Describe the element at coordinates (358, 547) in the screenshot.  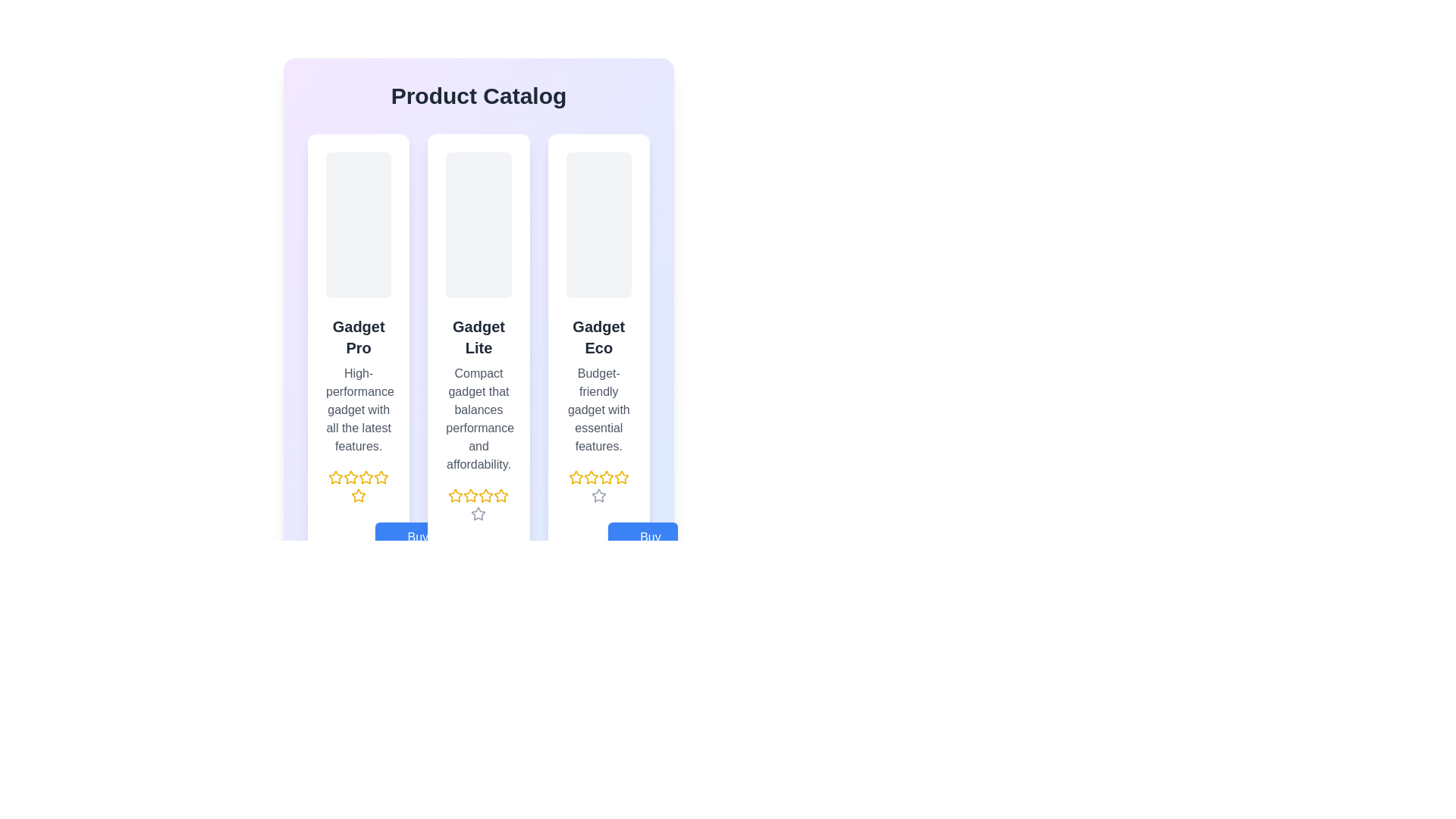
I see `the 'Buy Now' button with a price value of '$199.99' located at the bottom center of the 'Gadget Pro' product card to initiate a purchase` at that location.